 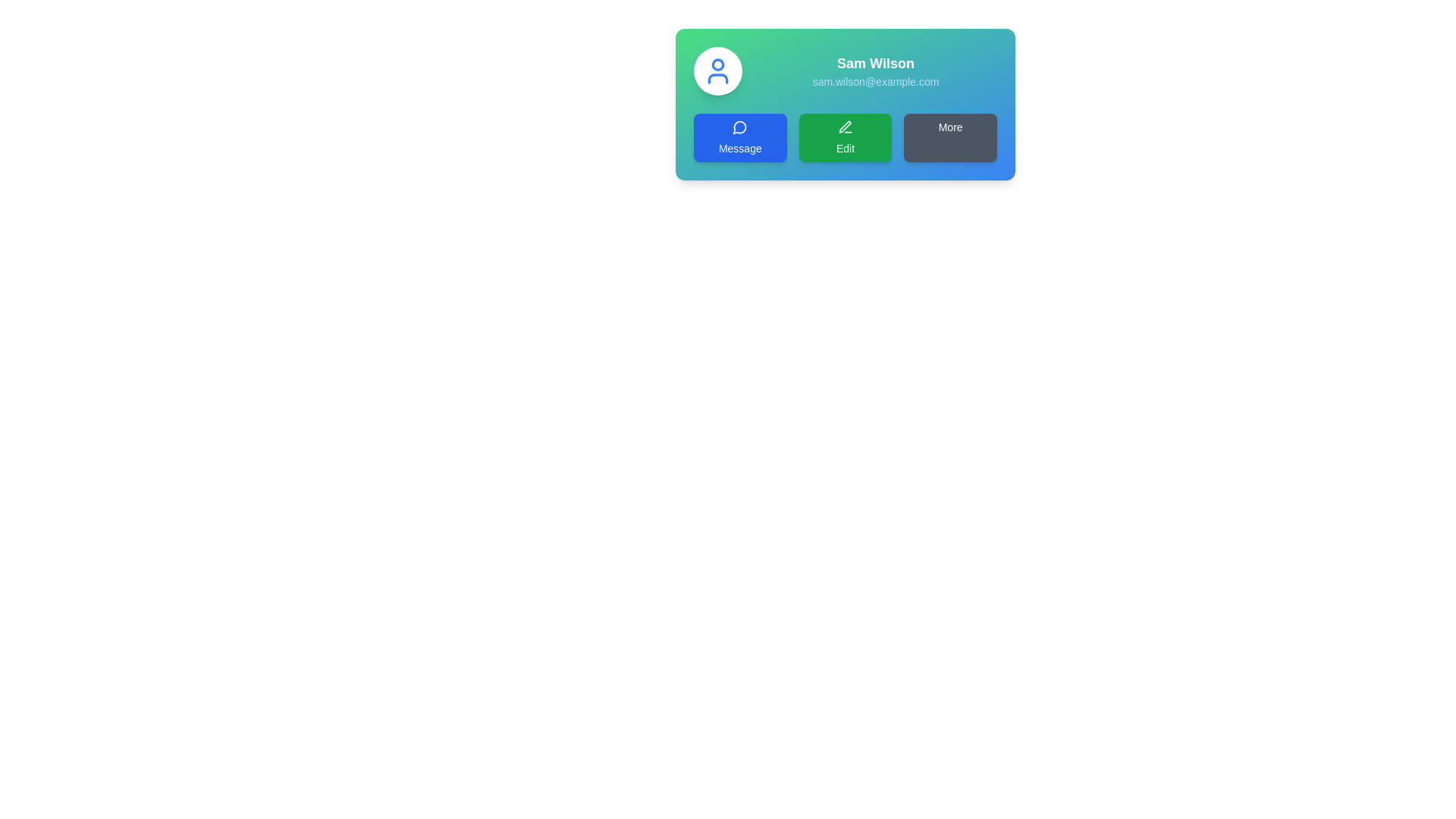 I want to click on the user icon shape located in the profile section, positioned below the head component of the icon, so click(x=717, y=79).